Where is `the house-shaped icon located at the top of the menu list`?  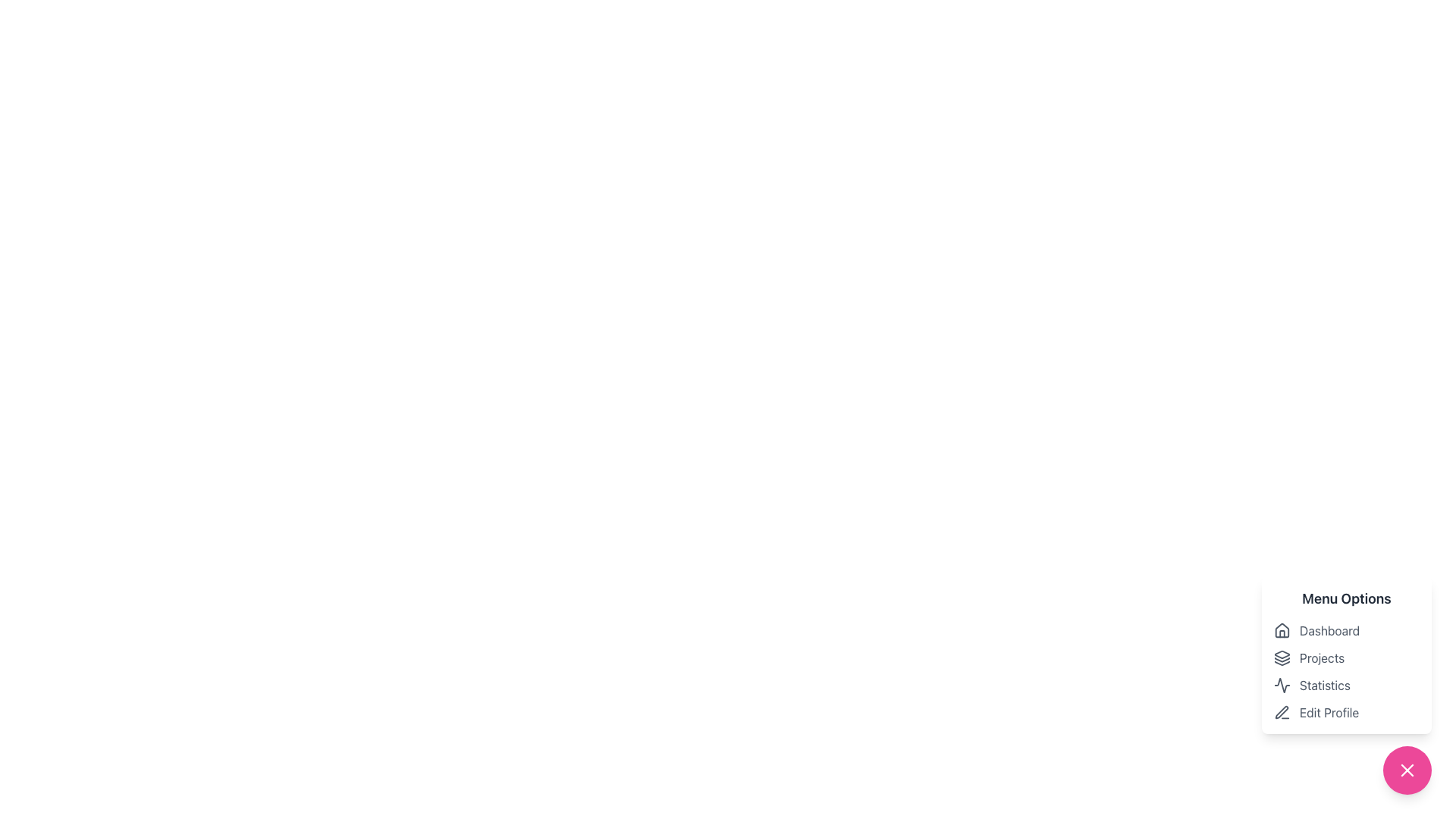 the house-shaped icon located at the top of the menu list is located at coordinates (1281, 629).